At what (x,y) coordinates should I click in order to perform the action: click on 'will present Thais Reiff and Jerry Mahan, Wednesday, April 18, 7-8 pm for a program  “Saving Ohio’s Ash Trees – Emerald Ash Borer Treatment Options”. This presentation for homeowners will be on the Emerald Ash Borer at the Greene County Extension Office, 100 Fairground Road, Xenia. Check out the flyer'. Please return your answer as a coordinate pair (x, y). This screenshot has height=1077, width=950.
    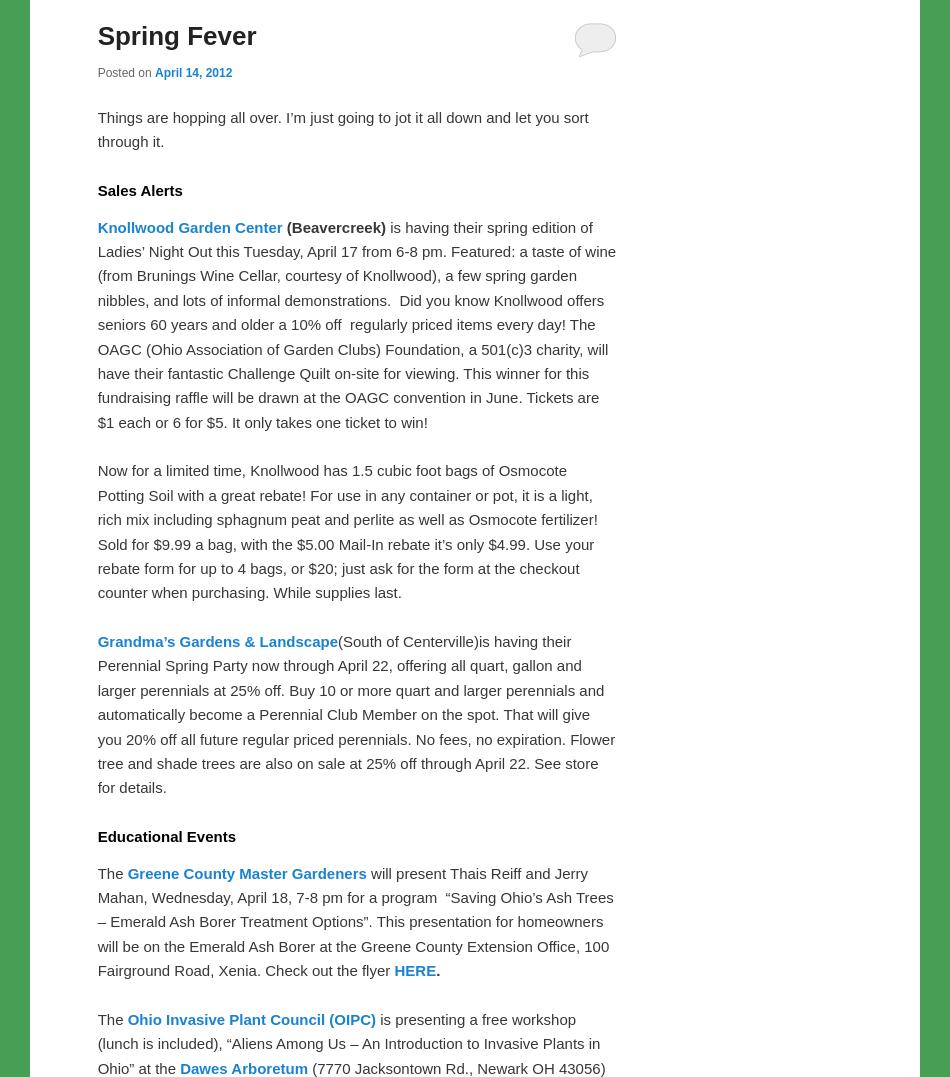
    Looking at the image, I should click on (354, 920).